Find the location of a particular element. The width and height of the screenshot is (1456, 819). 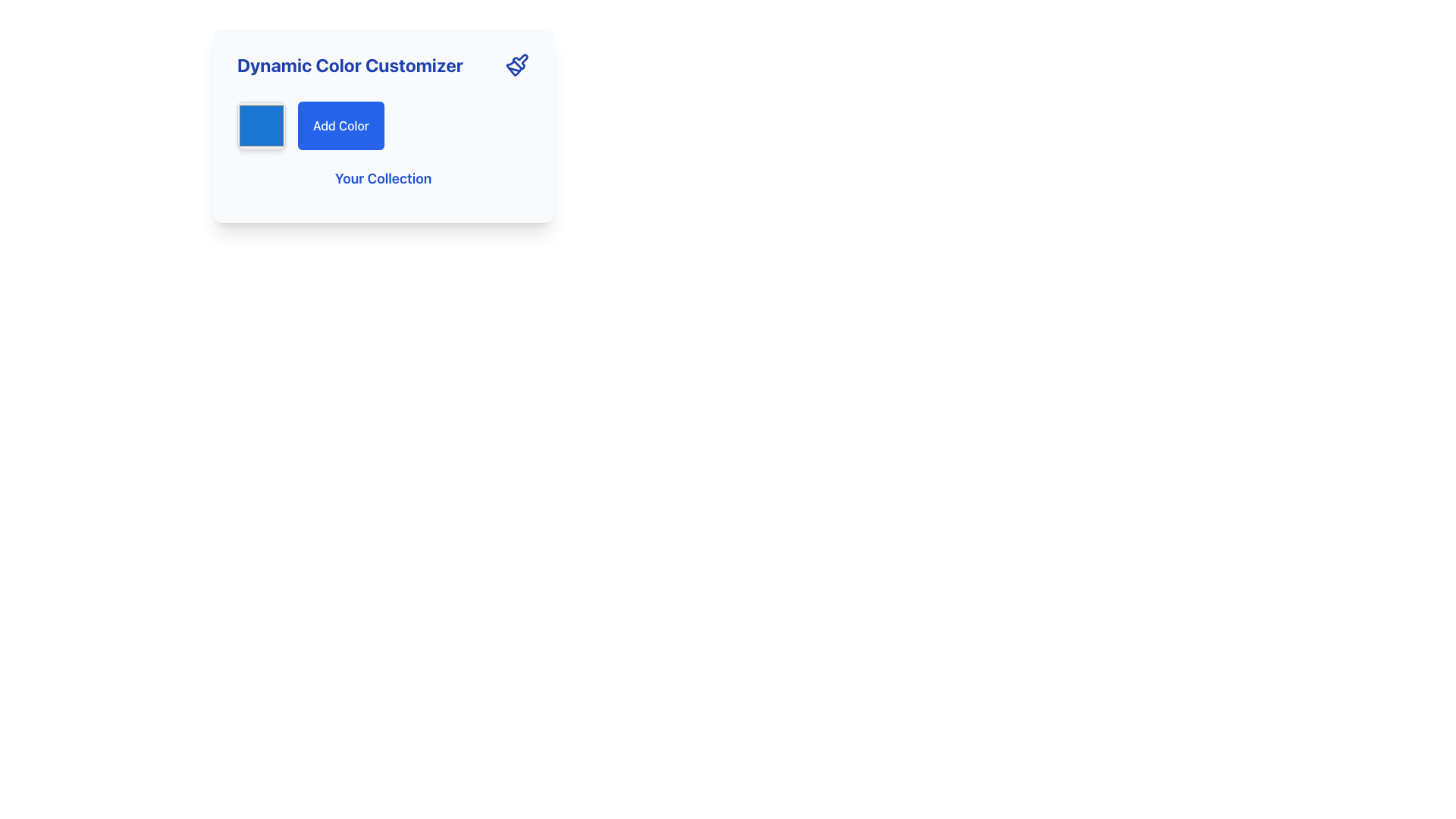

the Text label located in the lower portion of the panel, centered horizontally beneath the 'Add Color' button, which serves as a header for subsequent content is located at coordinates (383, 183).